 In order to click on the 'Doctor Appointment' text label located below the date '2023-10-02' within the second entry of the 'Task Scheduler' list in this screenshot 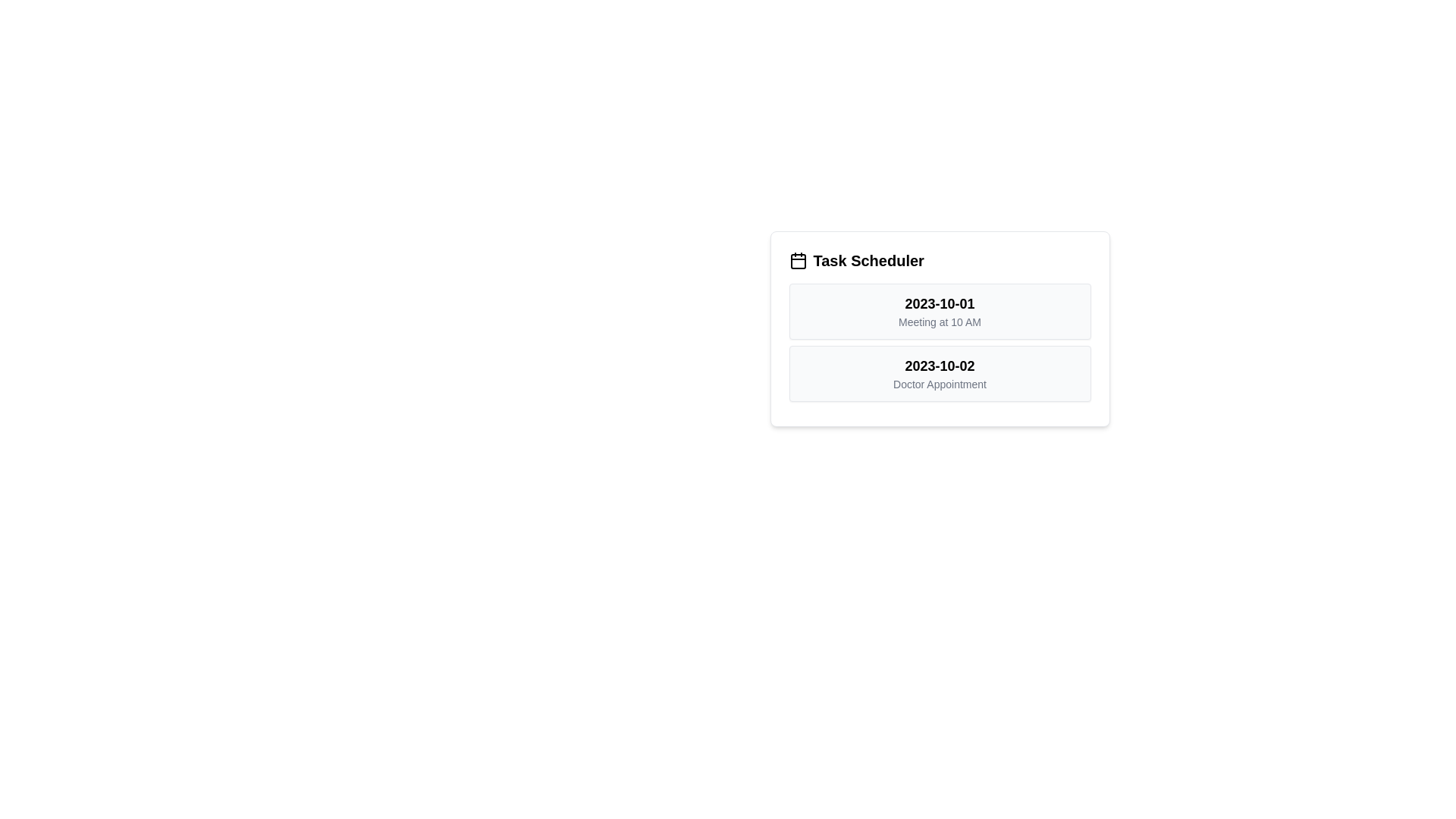, I will do `click(939, 383)`.